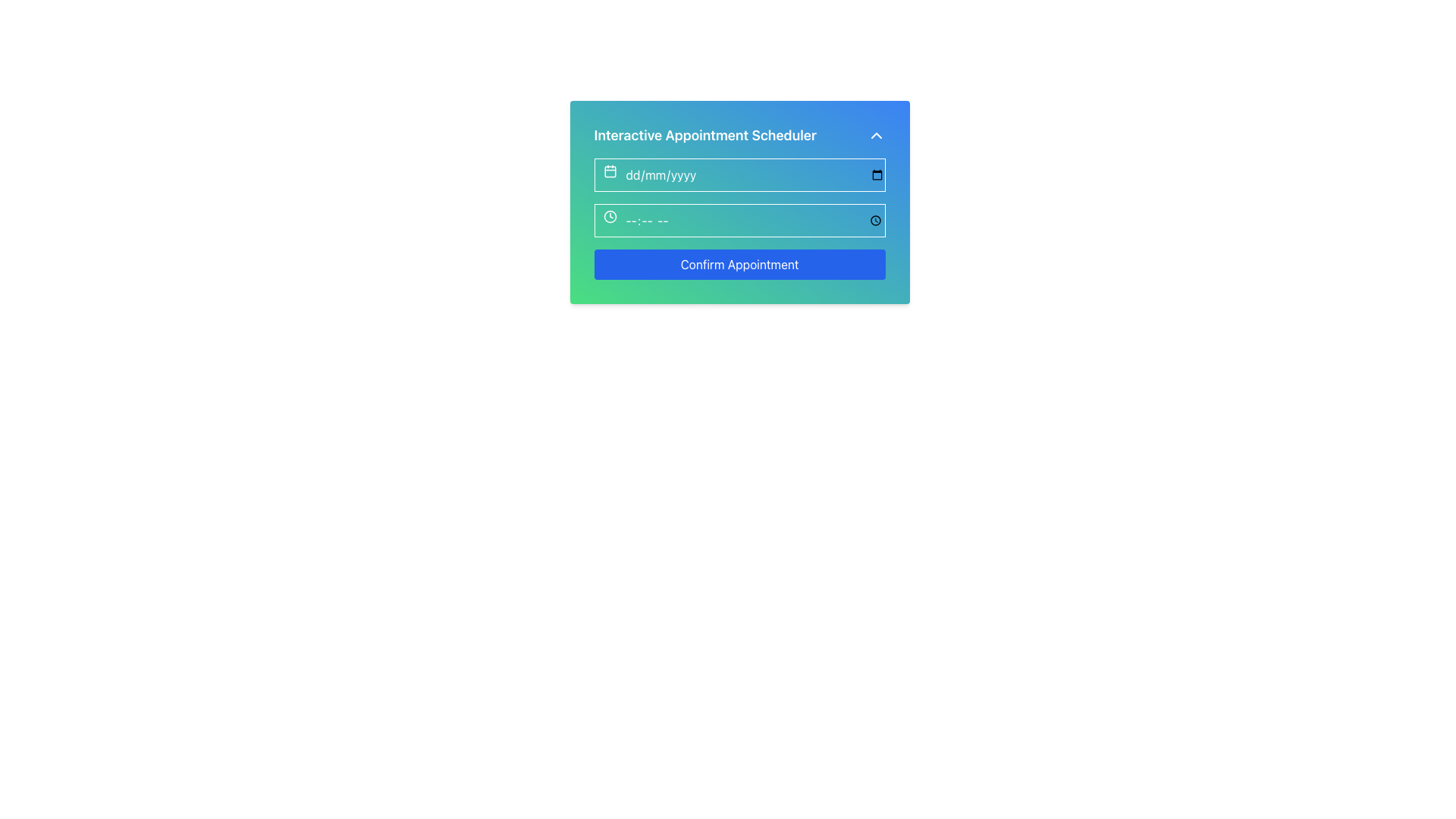 Image resolution: width=1456 pixels, height=819 pixels. Describe the element at coordinates (610, 216) in the screenshot. I see `the circular graphical element that forms the clock frame within the SVG icon located to the left of the time selector input field in the Interactive Appointment Scheduler interface` at that location.